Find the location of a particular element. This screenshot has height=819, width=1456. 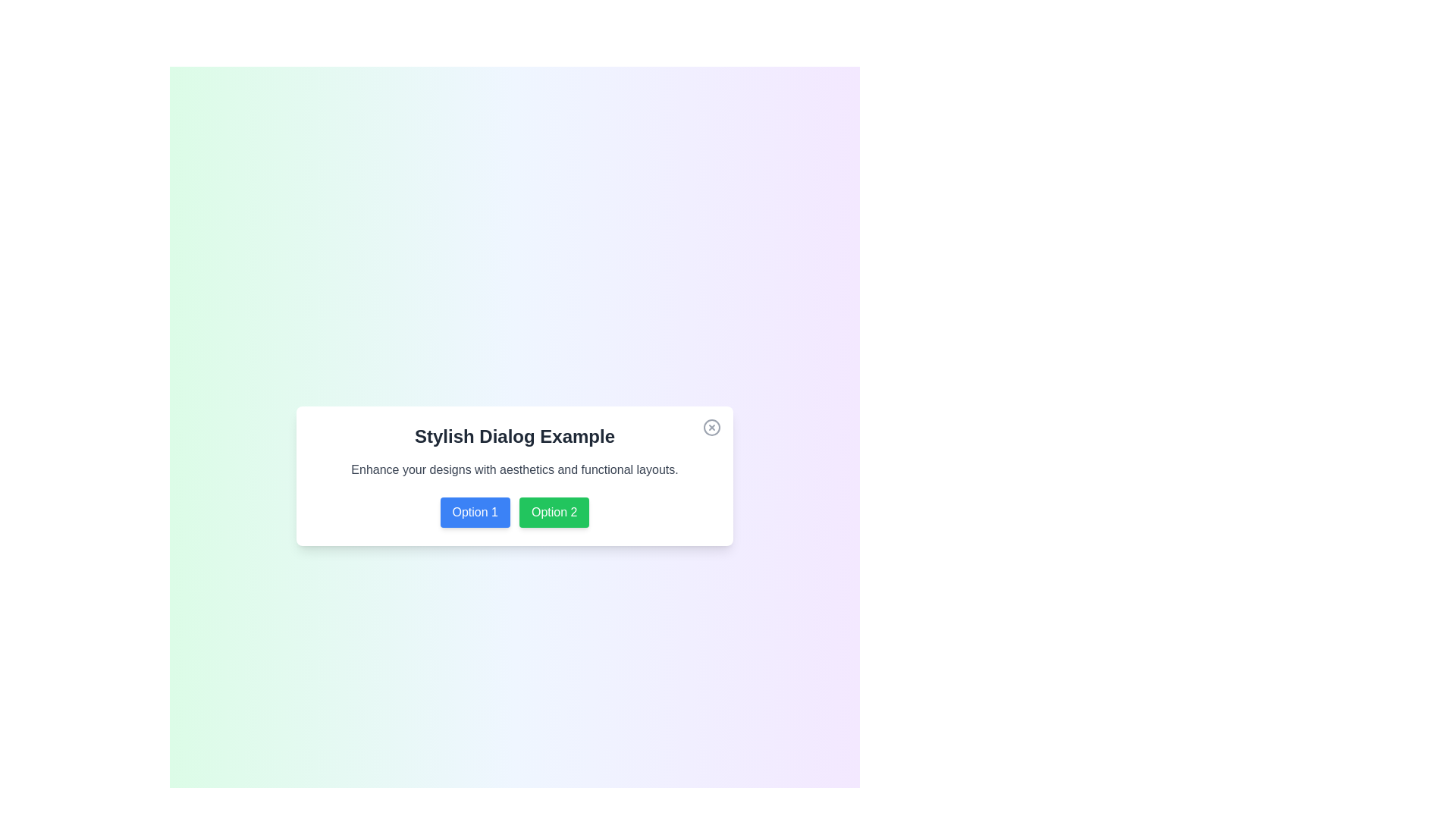

the 'Option 2' button to trigger its associated action is located at coordinates (553, 512).